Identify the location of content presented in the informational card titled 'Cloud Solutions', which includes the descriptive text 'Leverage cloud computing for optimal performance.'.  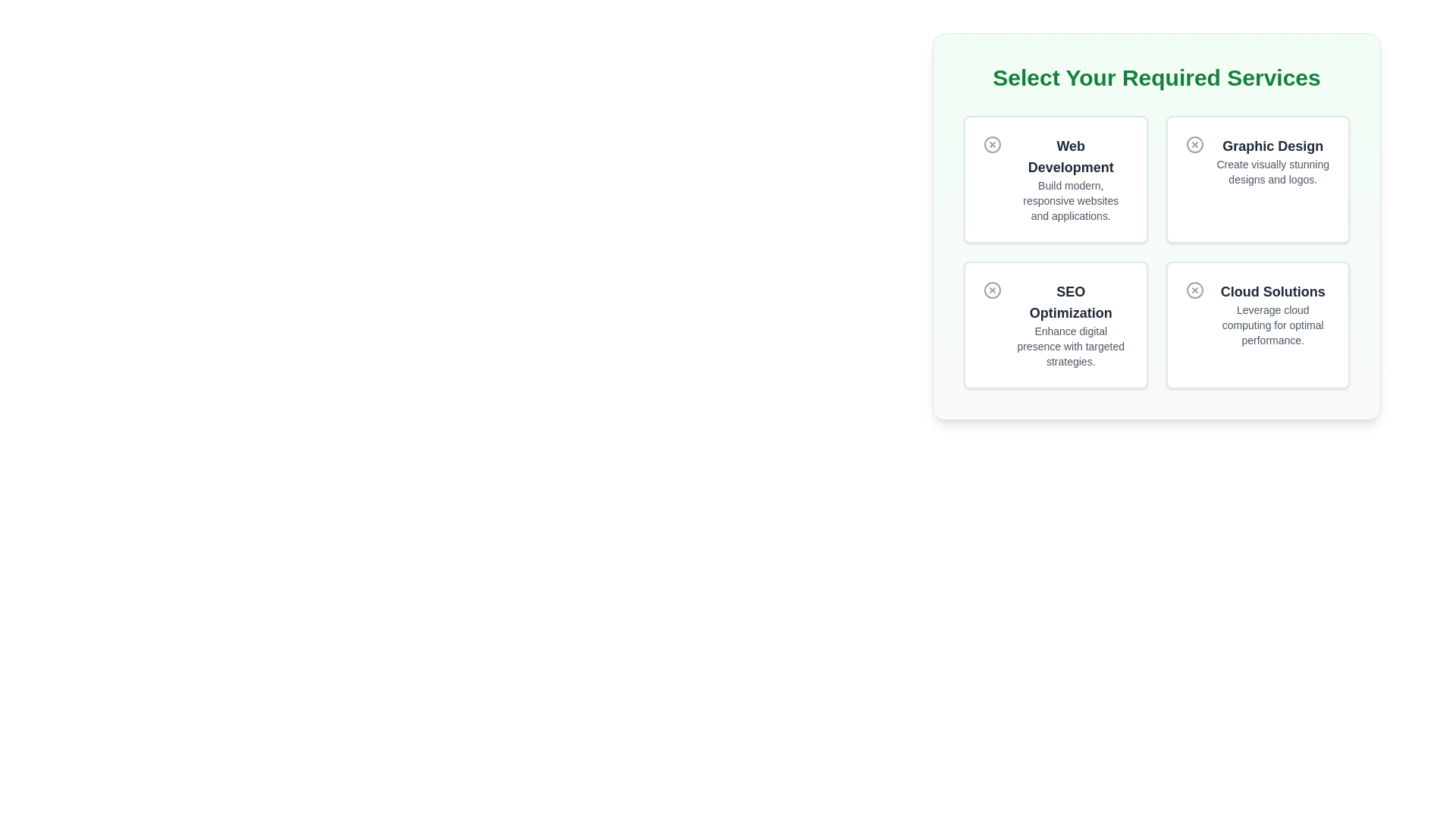
(1272, 314).